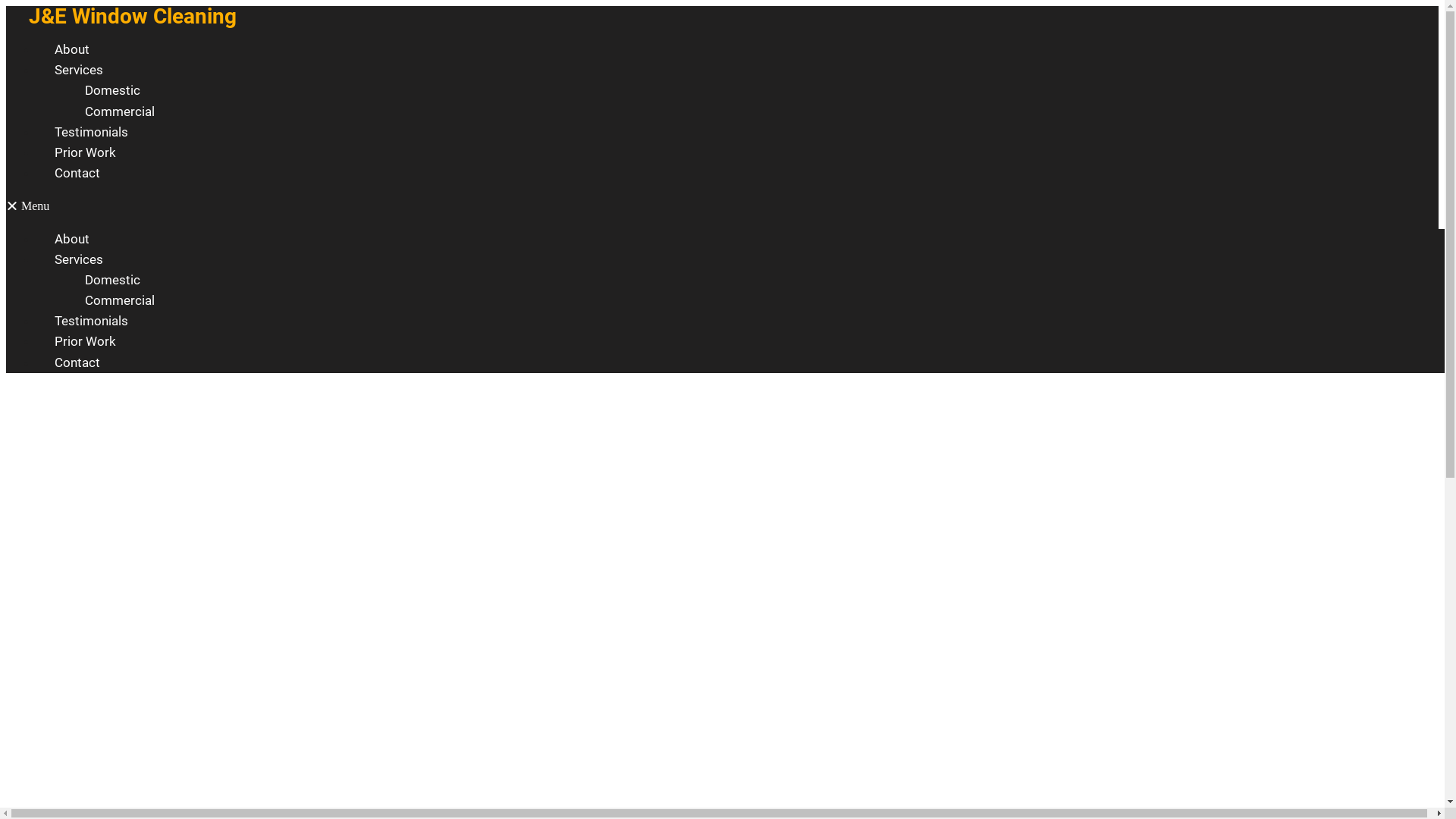 The height and width of the screenshot is (819, 1456). What do you see at coordinates (119, 300) in the screenshot?
I see `'Commercial'` at bounding box center [119, 300].